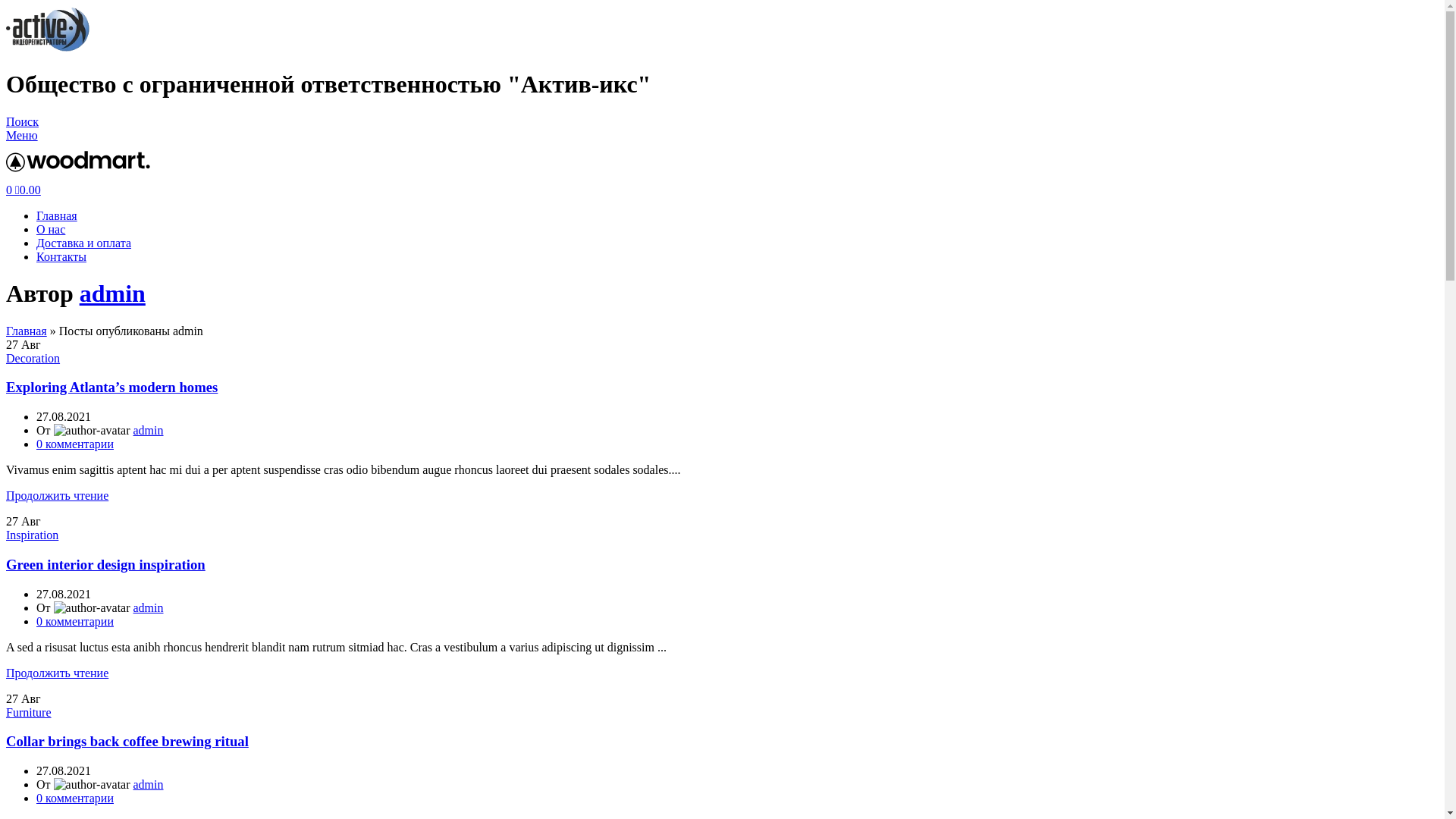 The height and width of the screenshot is (819, 1456). Describe the element at coordinates (29, 712) in the screenshot. I see `'Furniture'` at that location.